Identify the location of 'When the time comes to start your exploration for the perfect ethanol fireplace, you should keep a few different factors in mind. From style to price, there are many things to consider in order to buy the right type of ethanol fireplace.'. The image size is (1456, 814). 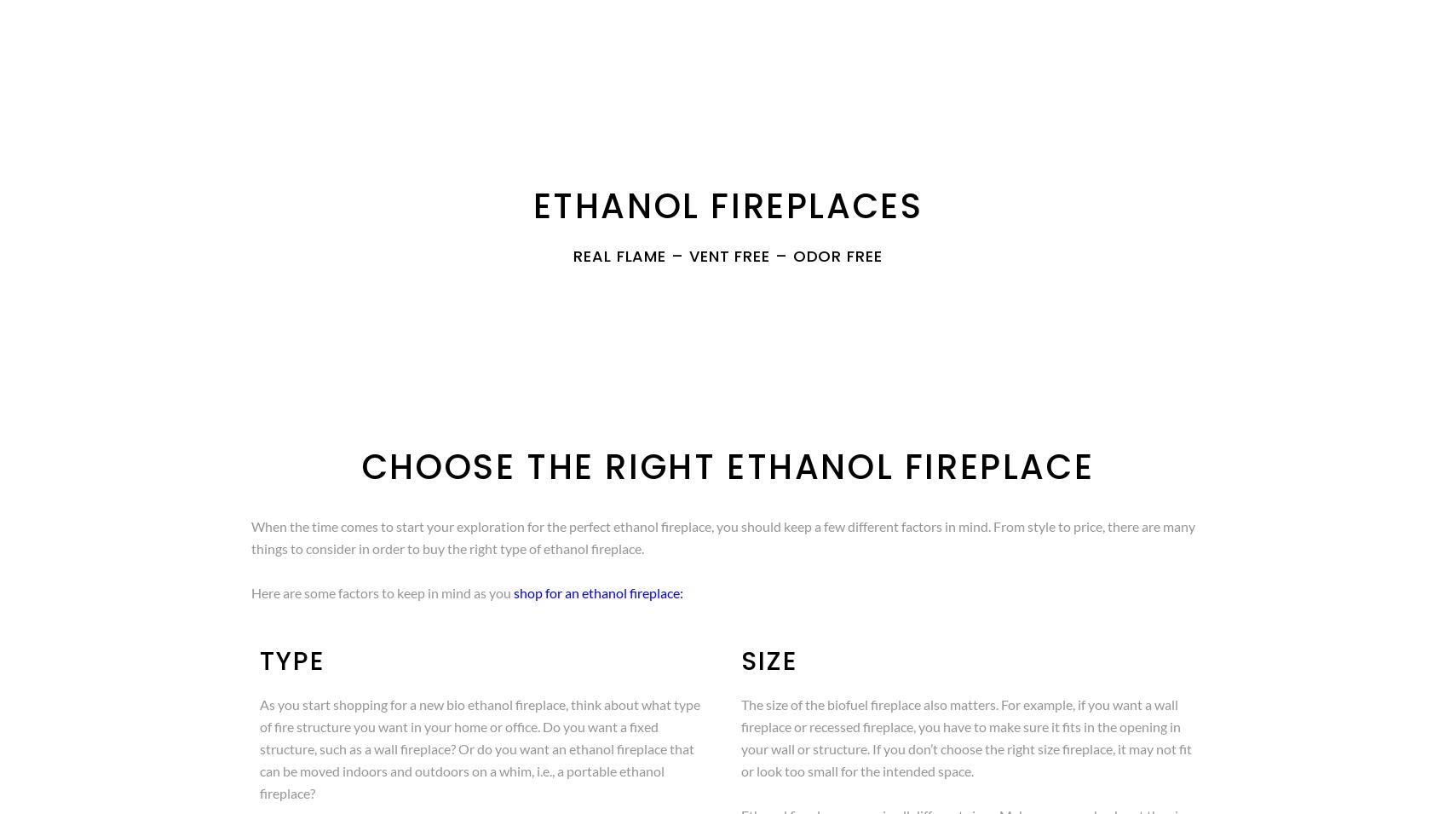
(722, 537).